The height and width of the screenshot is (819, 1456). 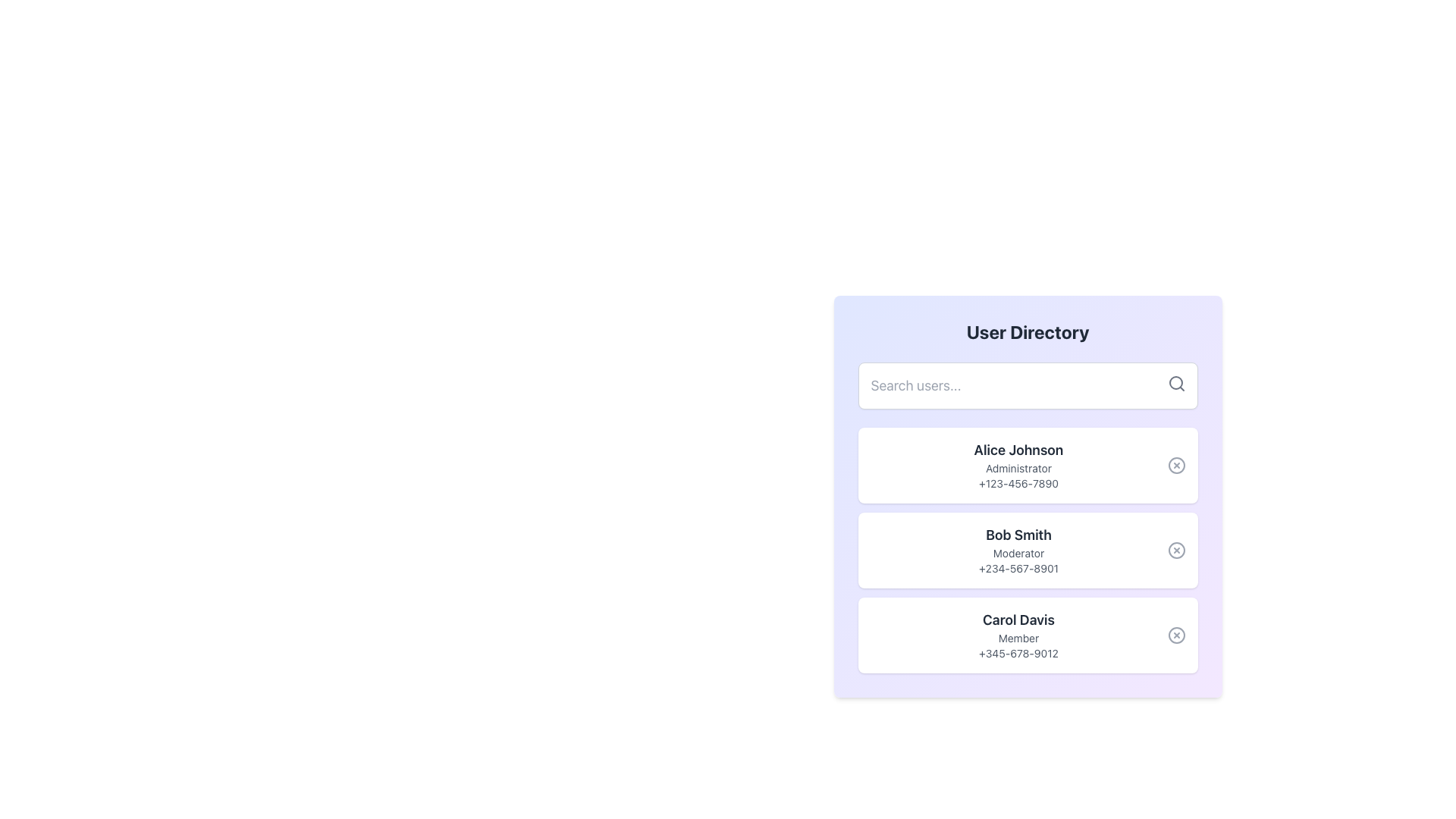 What do you see at coordinates (1018, 450) in the screenshot?
I see `the text label displaying 'Alice Johnson', which is prominently styled in bold and dark font within the user information card in the 'User Directory' interface` at bounding box center [1018, 450].